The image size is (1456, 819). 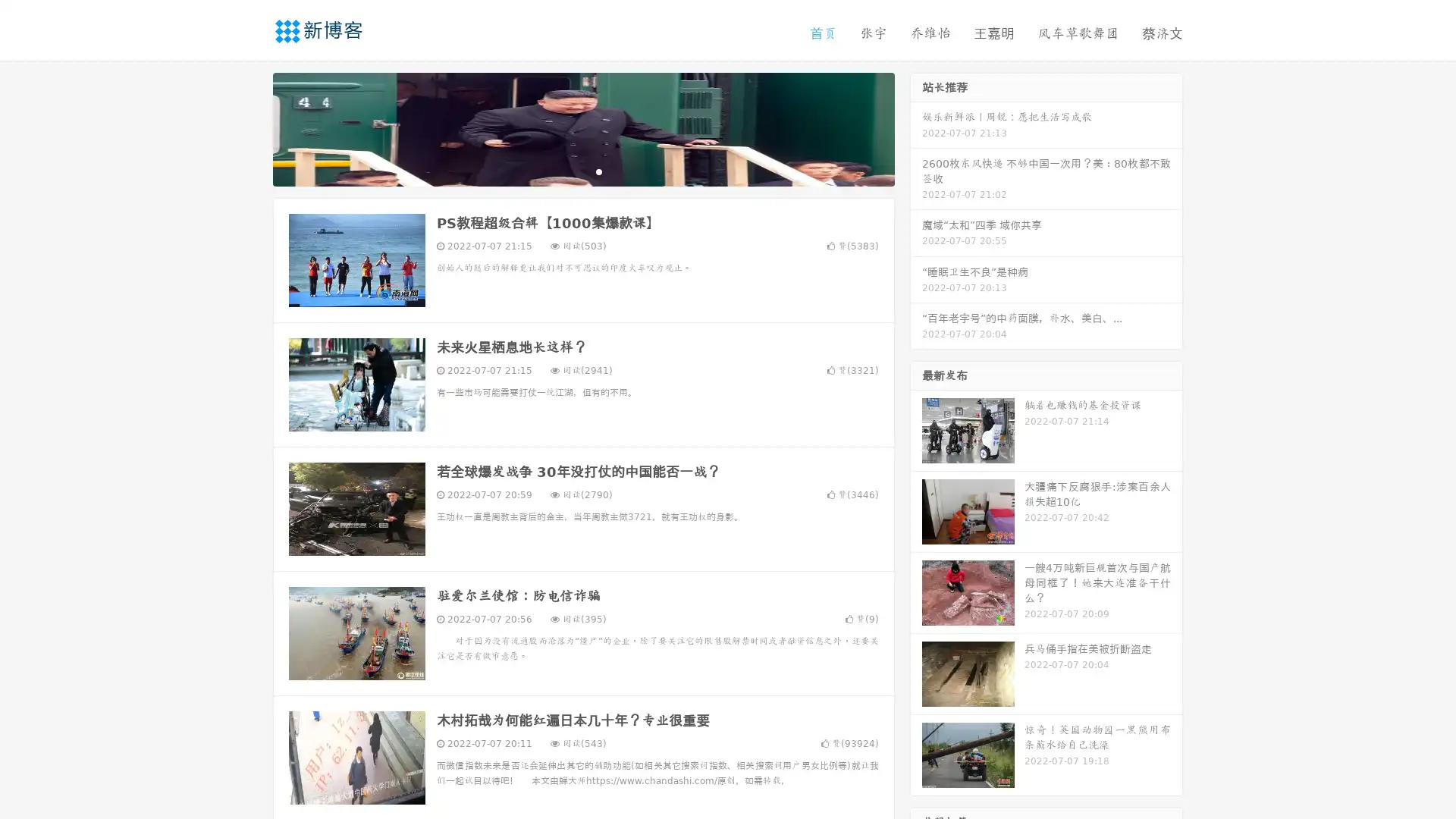 I want to click on Next slide, so click(x=916, y=127).